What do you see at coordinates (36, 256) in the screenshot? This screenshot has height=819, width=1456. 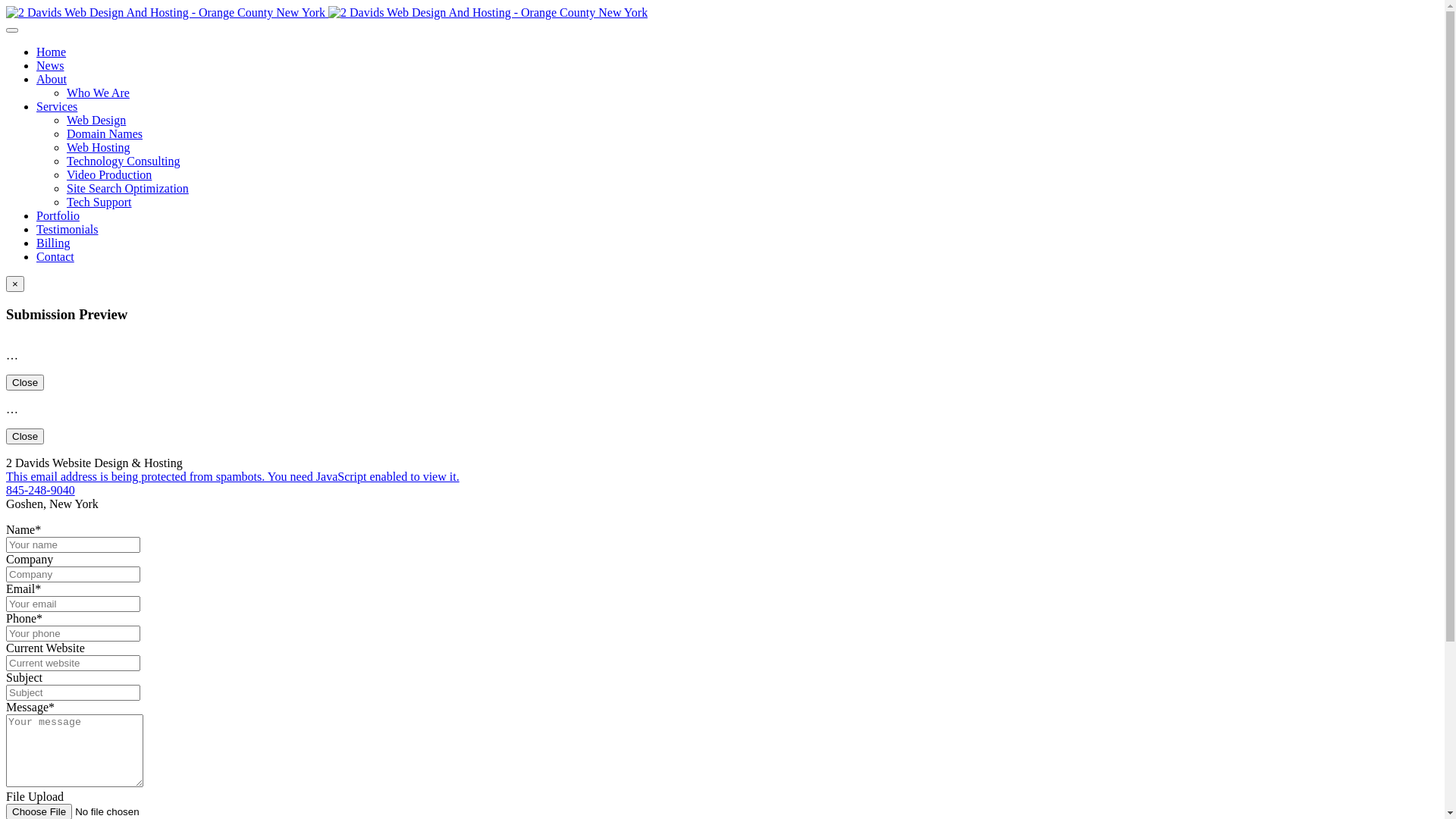 I see `'Contact'` at bounding box center [36, 256].